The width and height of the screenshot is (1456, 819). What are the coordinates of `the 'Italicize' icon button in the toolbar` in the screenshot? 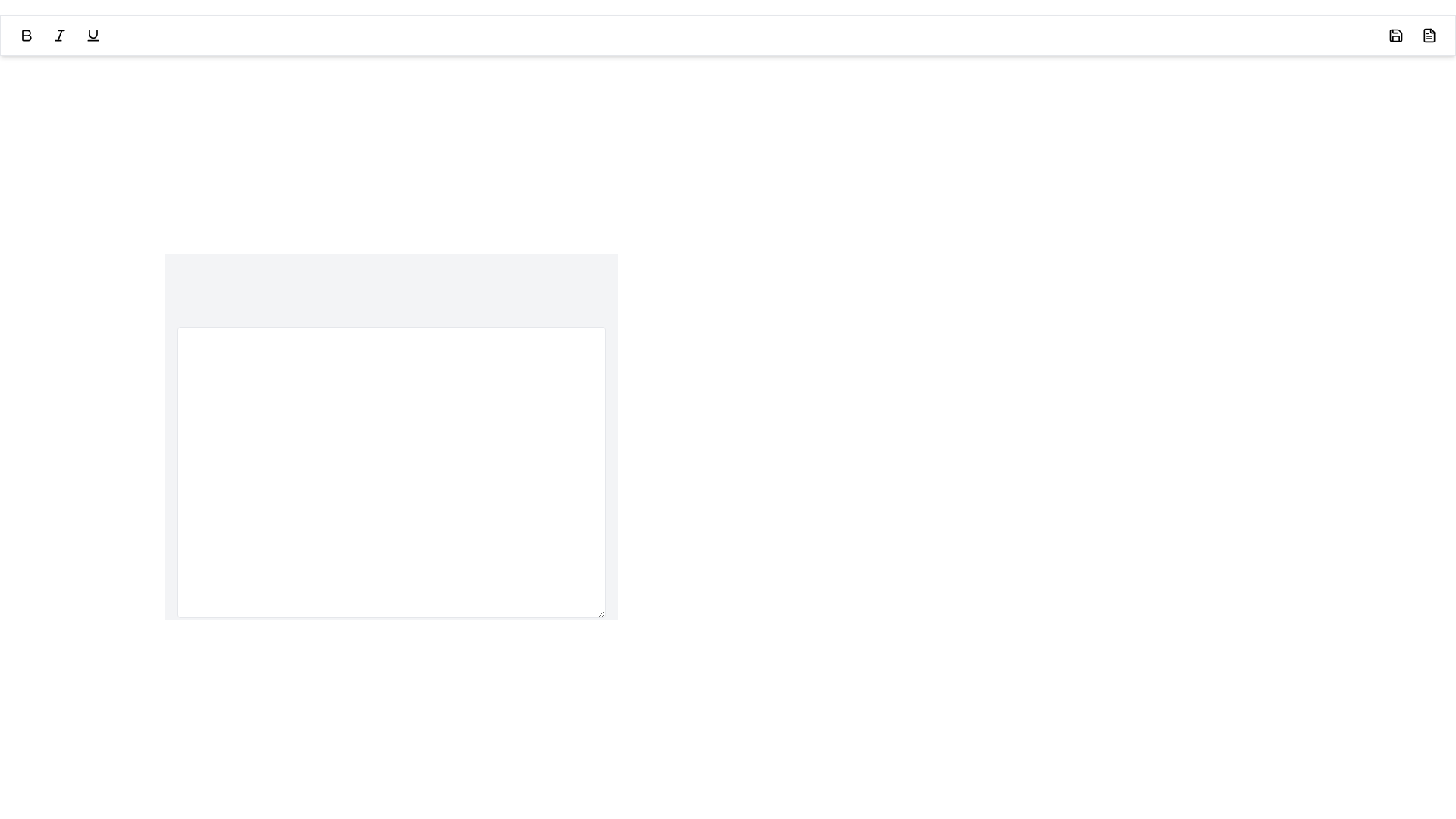 It's located at (59, 34).